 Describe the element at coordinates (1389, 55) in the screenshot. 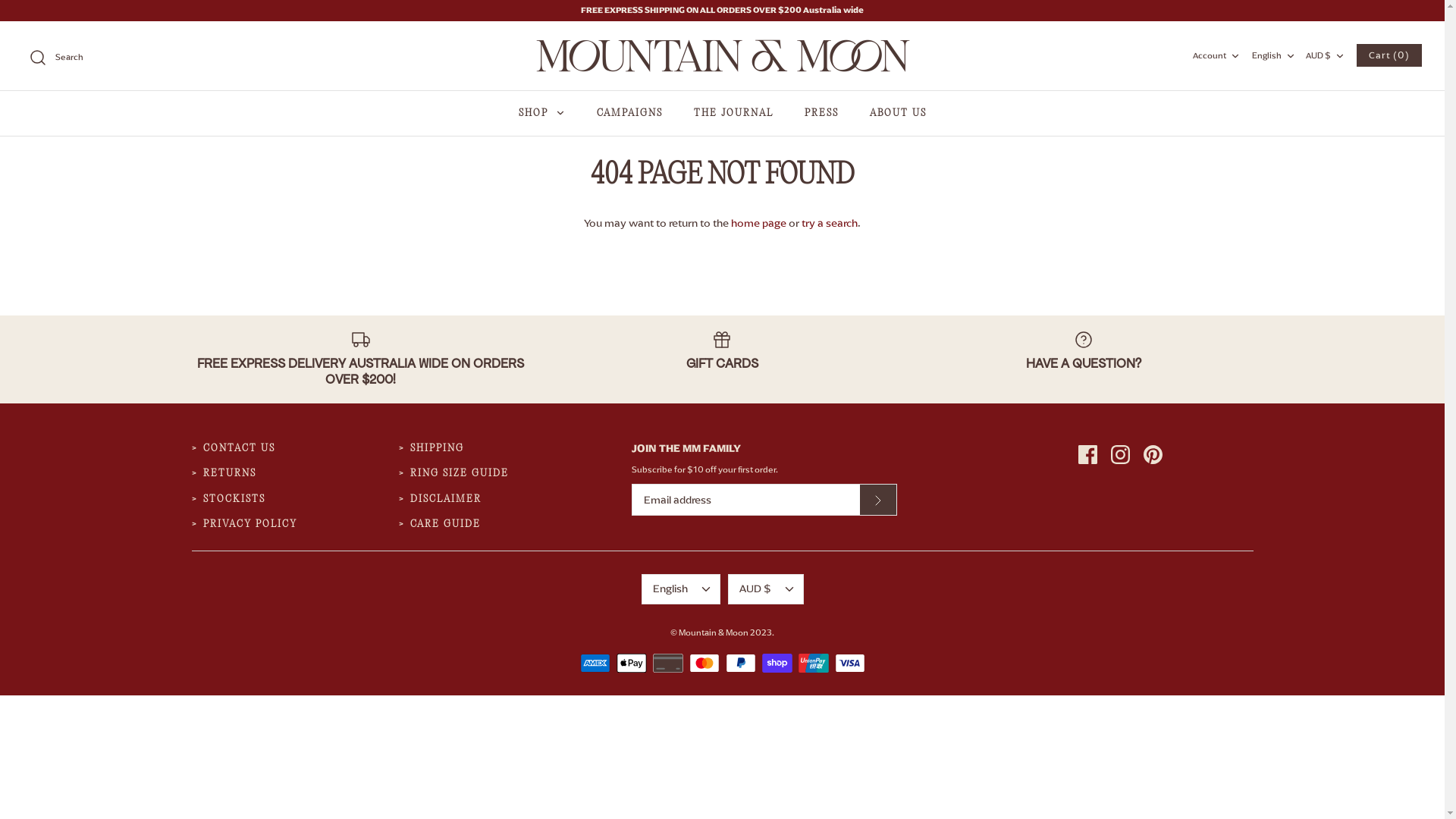

I see `'Cart (0)'` at that location.